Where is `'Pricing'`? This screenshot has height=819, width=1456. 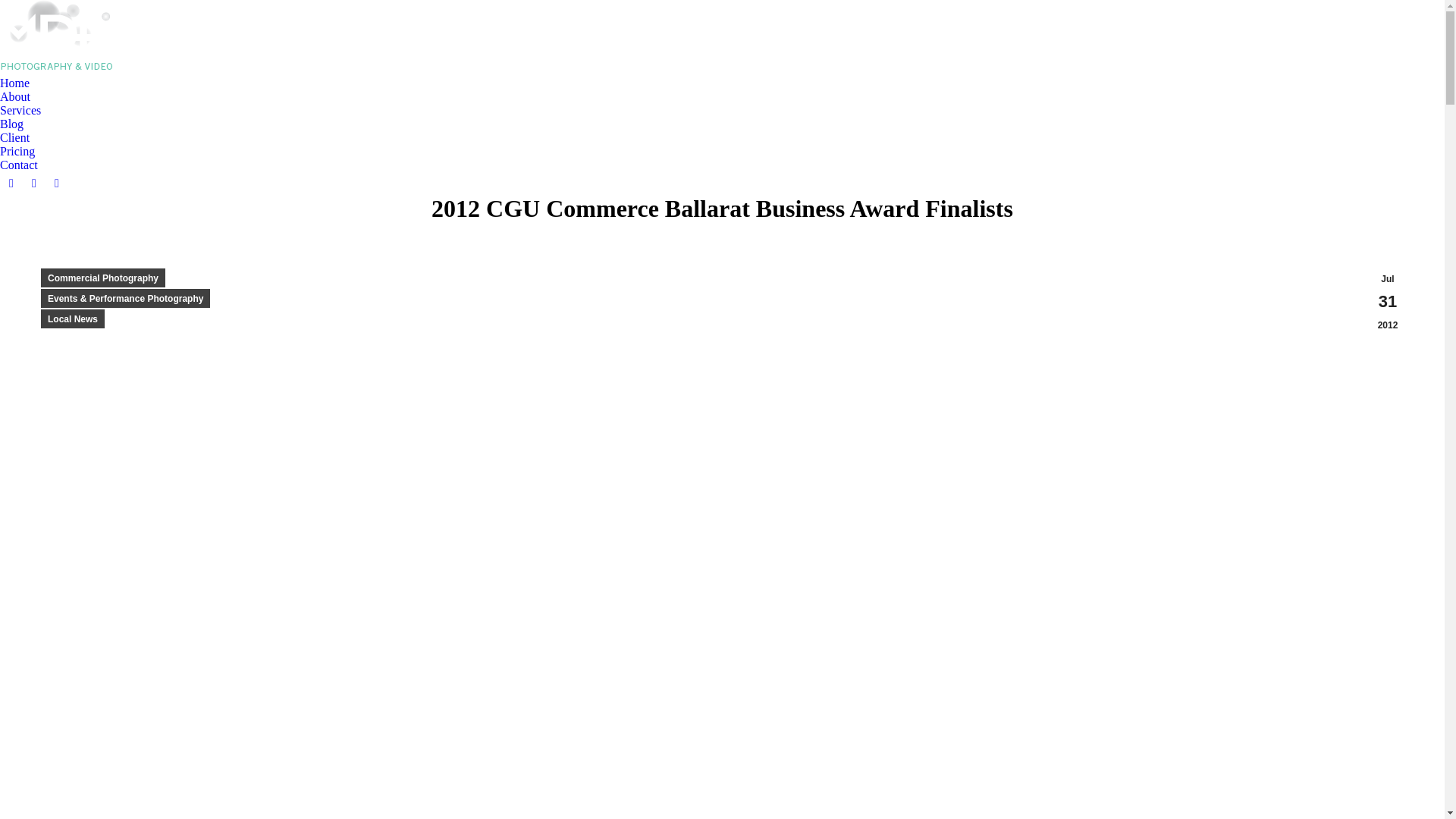 'Pricing' is located at coordinates (17, 152).